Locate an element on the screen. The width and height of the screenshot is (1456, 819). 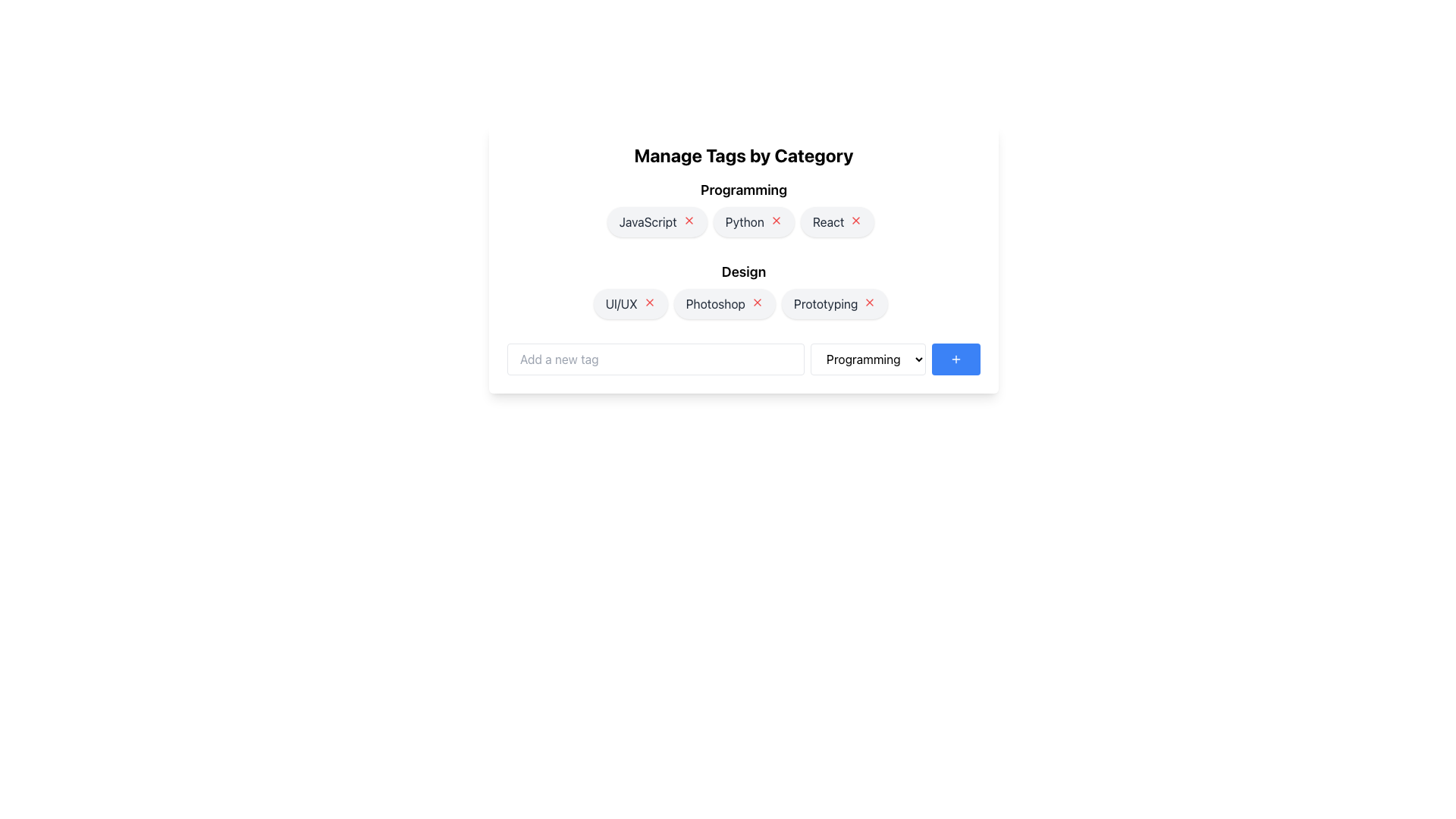
the 'Photoshop' tag with a remove button is located at coordinates (723, 304).